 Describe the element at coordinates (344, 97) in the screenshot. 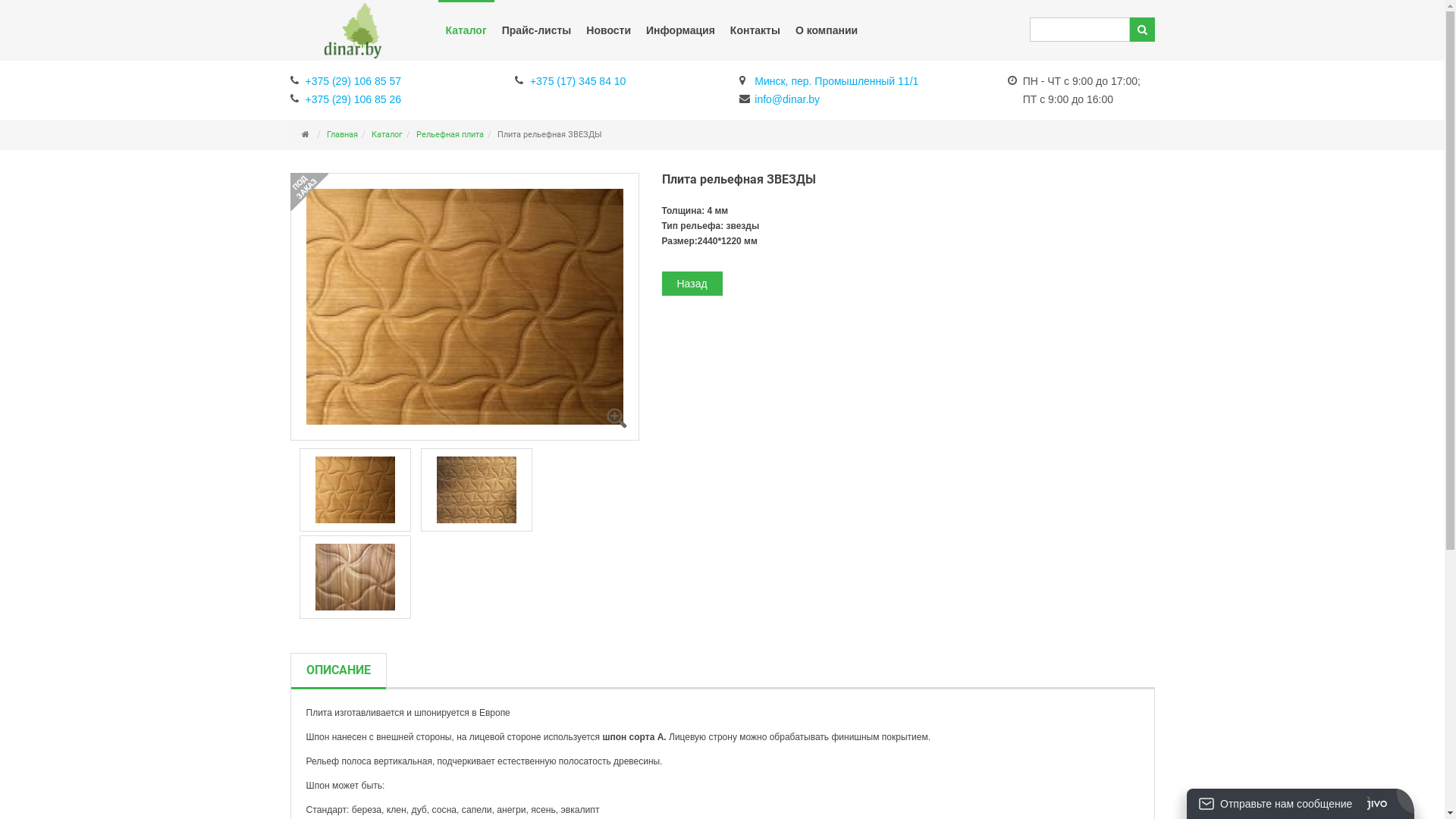

I see `'+375 (29) 106 85 26'` at that location.